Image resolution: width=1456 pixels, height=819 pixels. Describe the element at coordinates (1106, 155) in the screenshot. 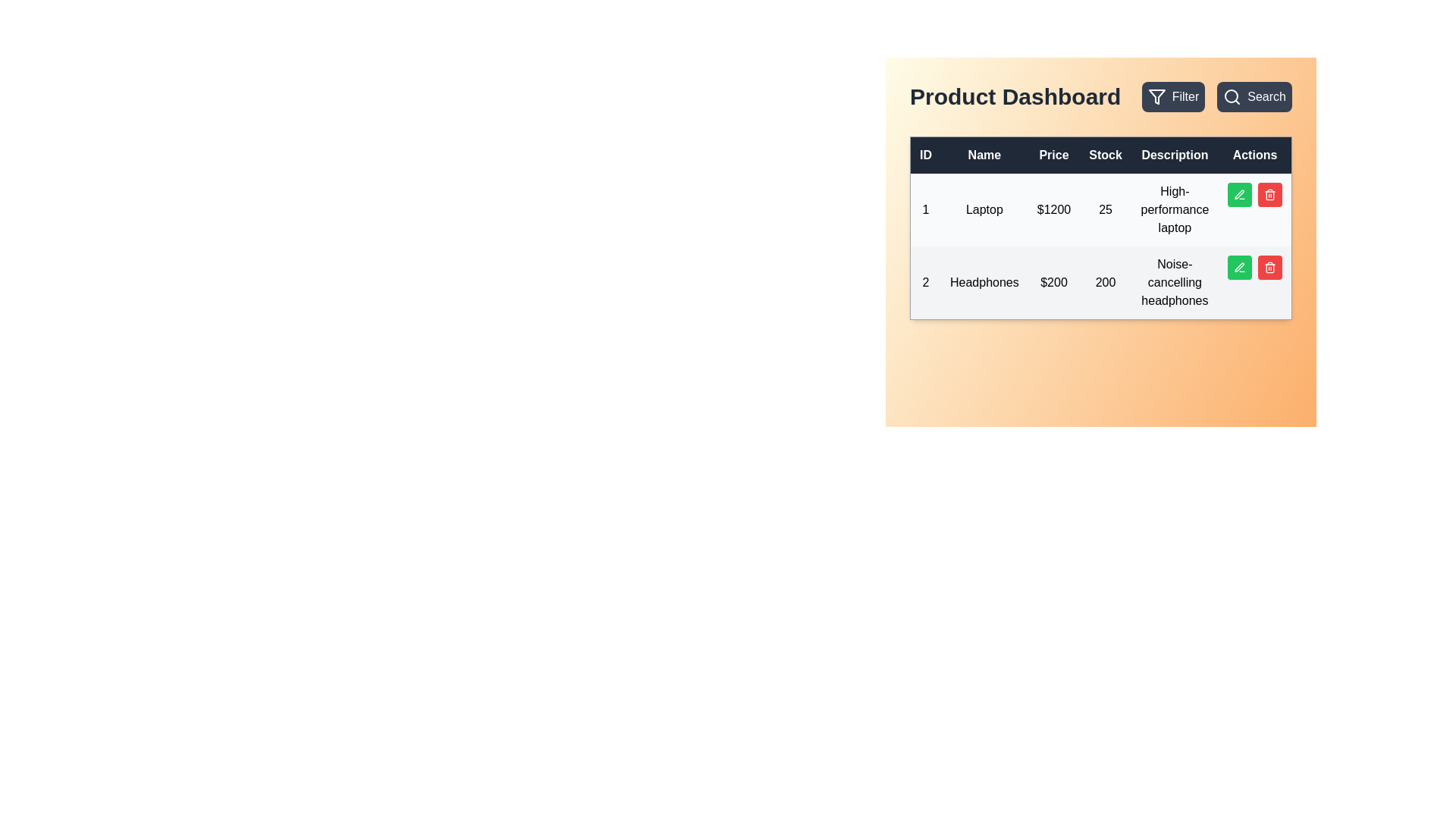

I see `the Text label that serves as the fourth column header in the table, indicating stock quantities or availability, located in the upper center of the layout` at that location.